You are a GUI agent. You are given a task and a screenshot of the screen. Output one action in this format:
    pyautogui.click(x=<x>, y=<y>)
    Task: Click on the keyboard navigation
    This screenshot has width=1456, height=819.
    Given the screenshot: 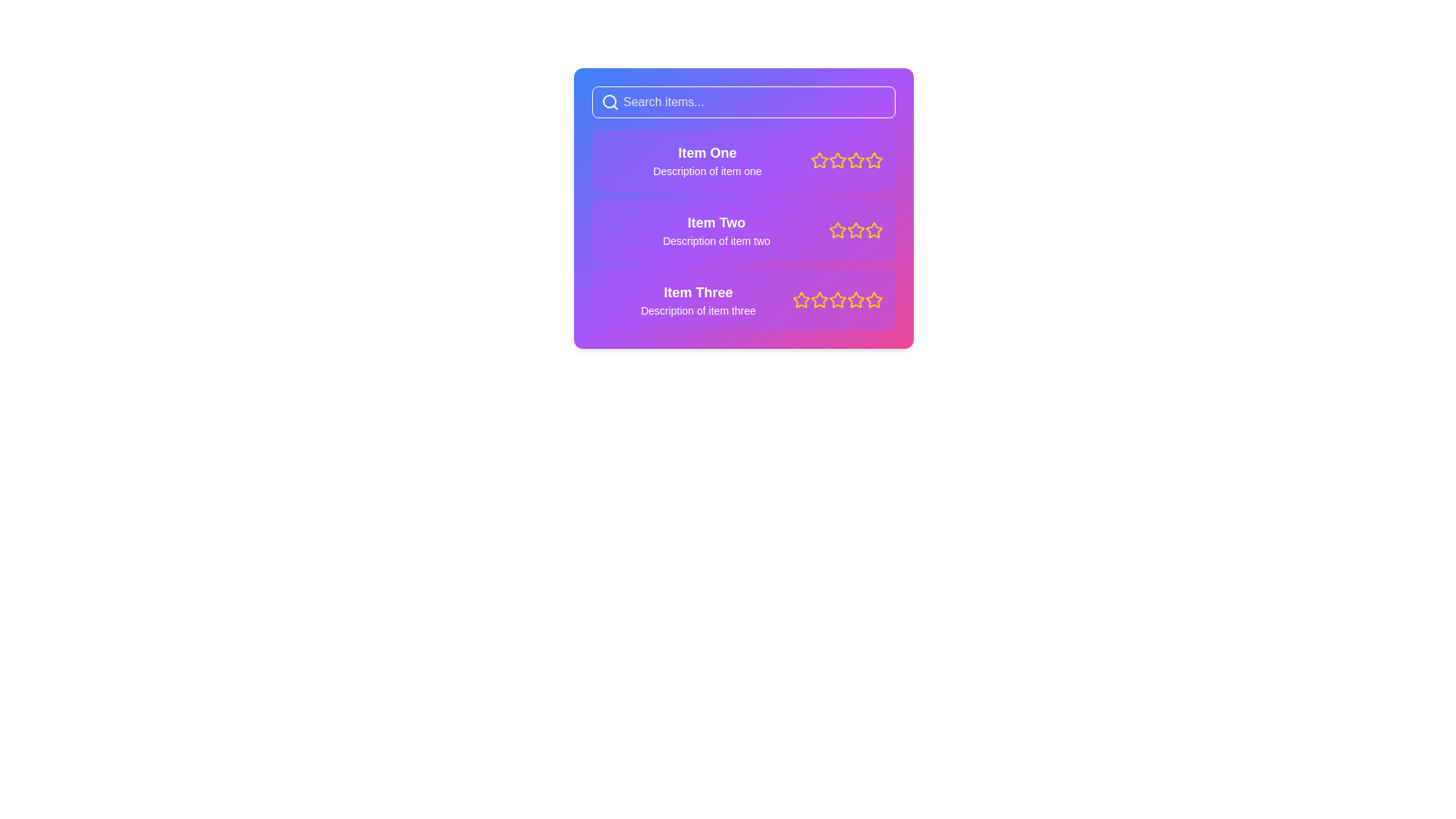 What is the action you would take?
    pyautogui.click(x=874, y=231)
    